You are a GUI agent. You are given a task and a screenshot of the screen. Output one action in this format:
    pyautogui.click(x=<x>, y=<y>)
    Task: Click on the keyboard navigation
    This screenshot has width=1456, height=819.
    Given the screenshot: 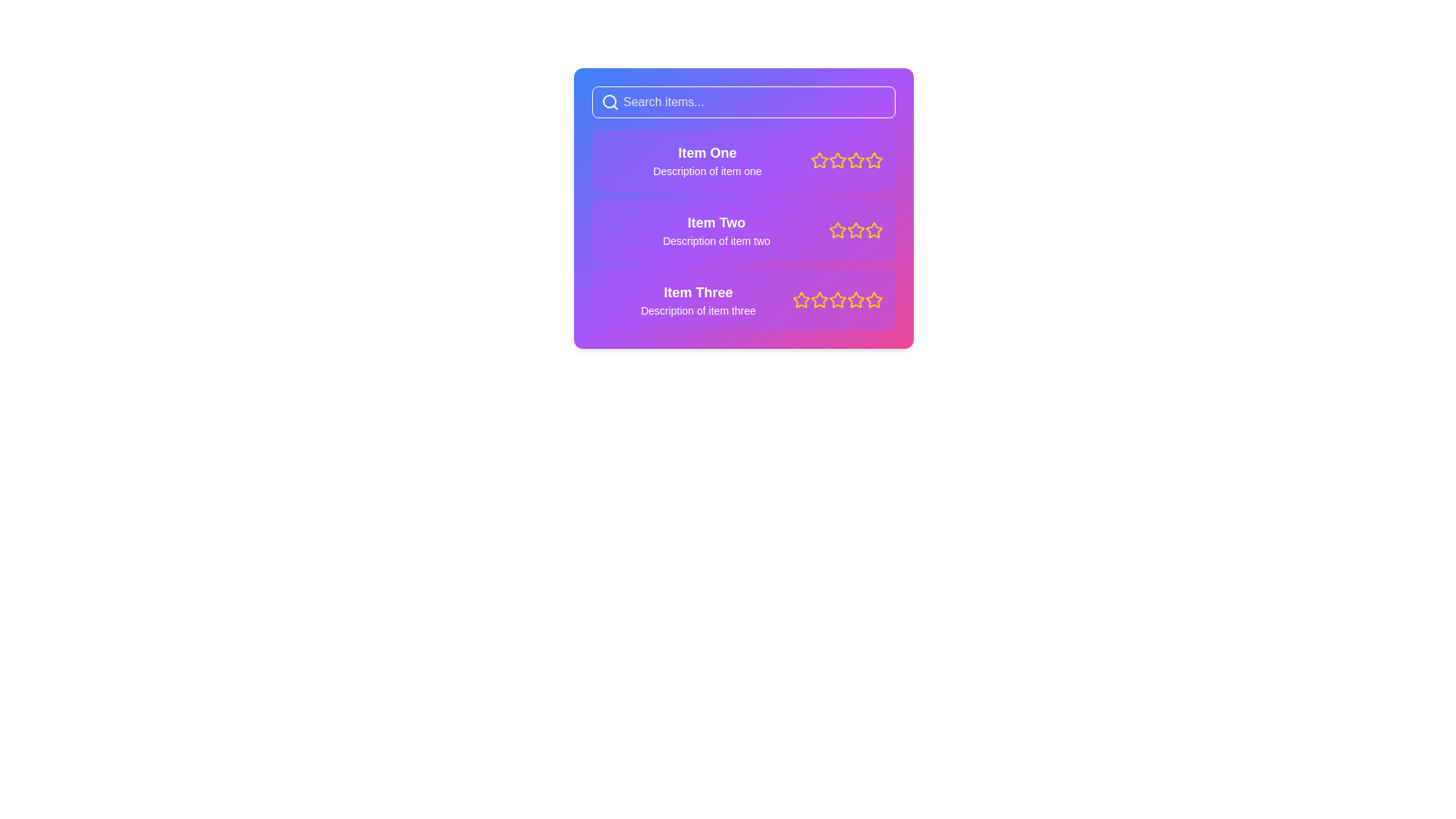 What is the action you would take?
    pyautogui.click(x=874, y=231)
    